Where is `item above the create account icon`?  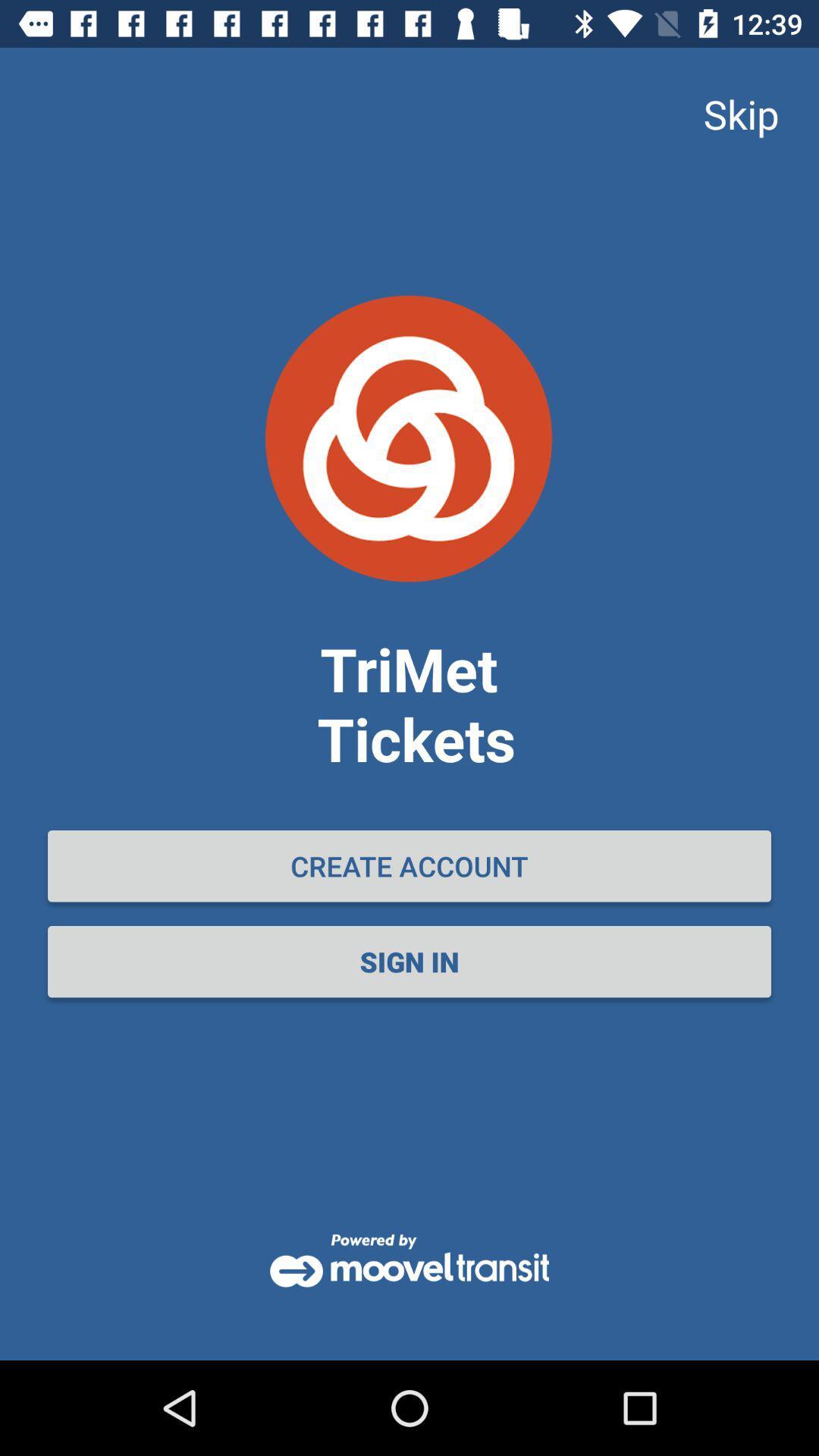
item above the create account icon is located at coordinates (740, 113).